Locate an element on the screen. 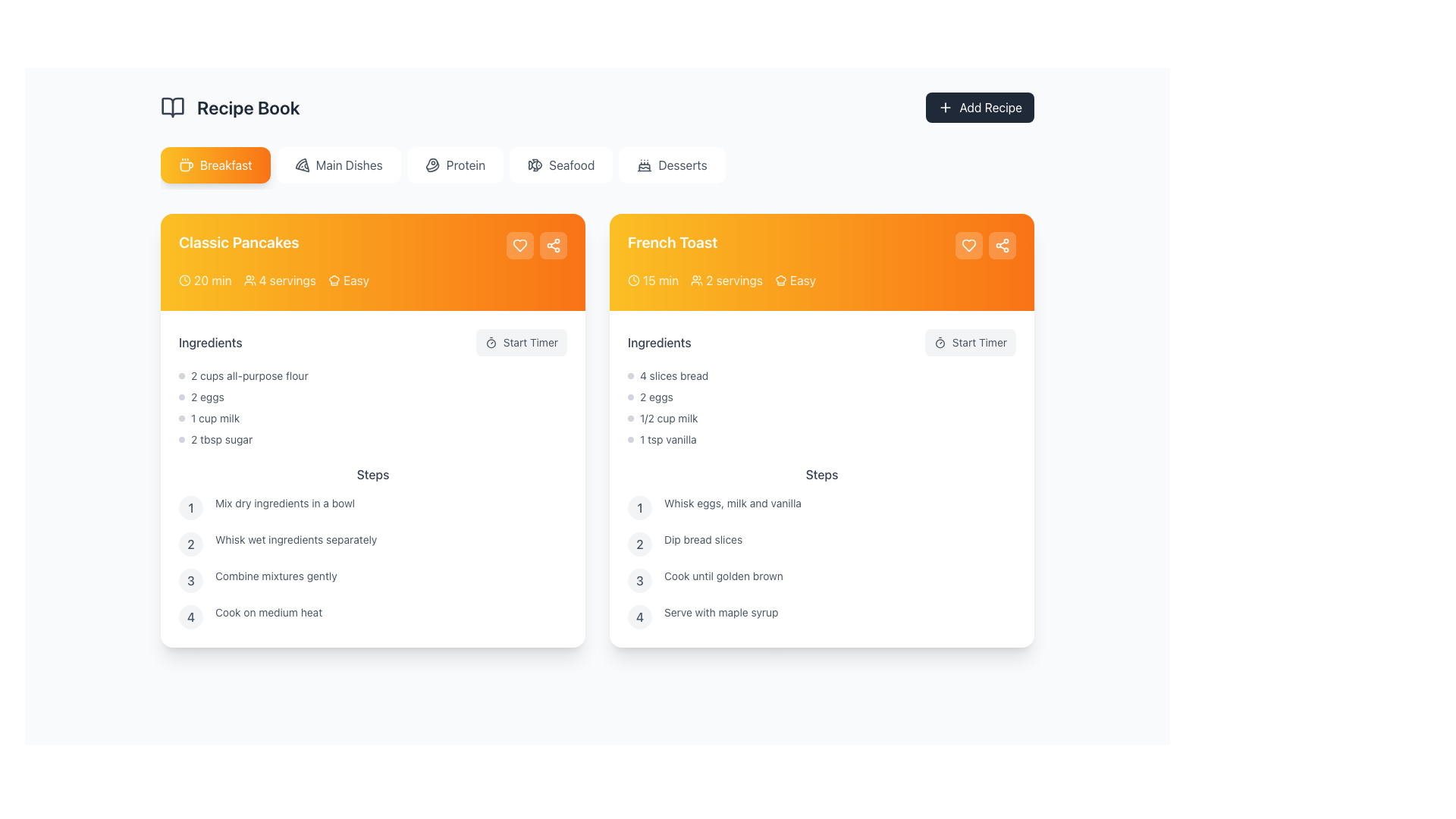  the coffee cup icon, which is a minimalistic outline design with a rectangular base and steam lines, located to the left of the text 'Breakfast' is located at coordinates (185, 165).